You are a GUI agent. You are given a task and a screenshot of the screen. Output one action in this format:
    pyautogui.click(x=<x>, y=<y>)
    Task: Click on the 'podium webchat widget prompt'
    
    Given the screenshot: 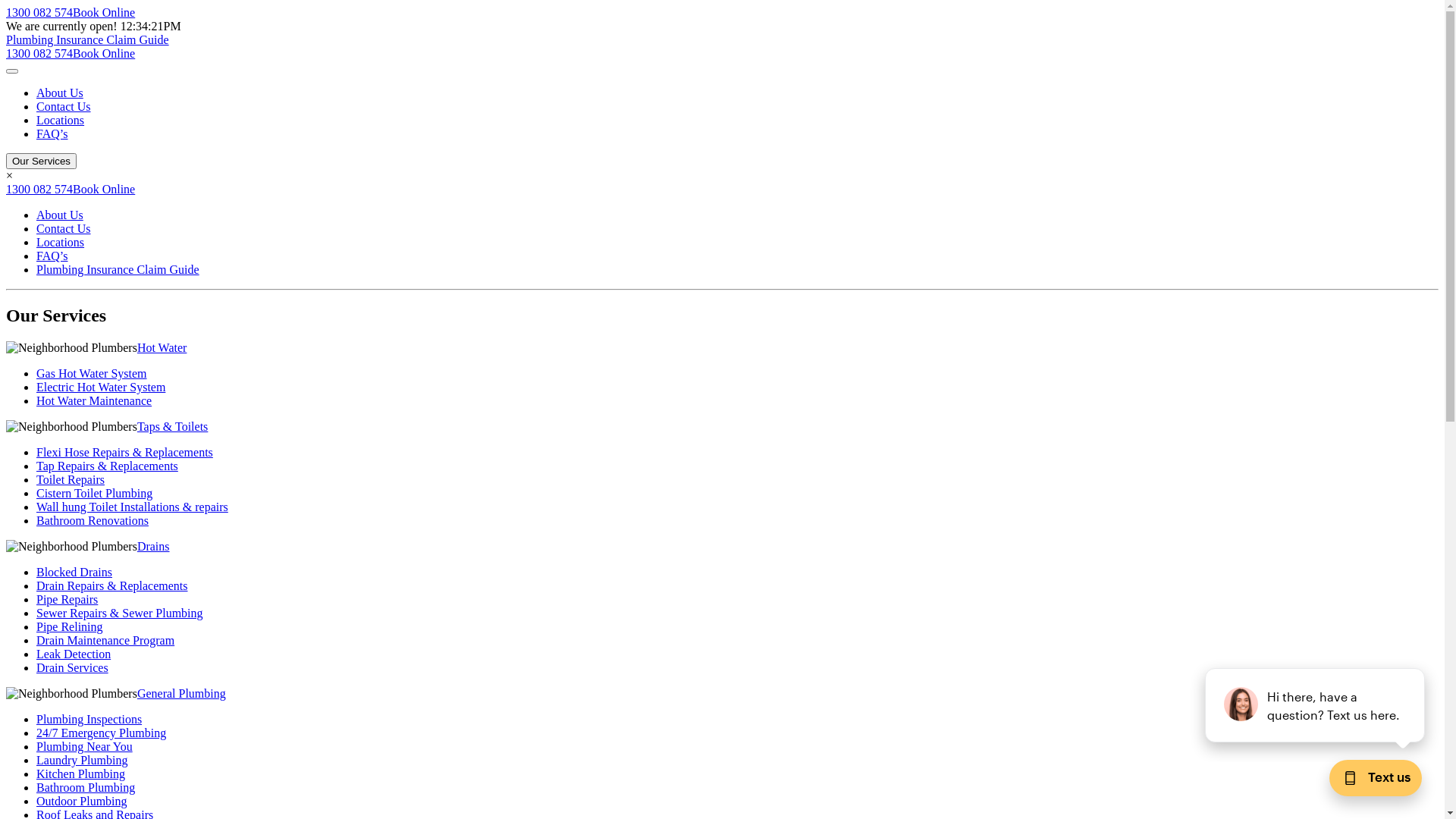 What is the action you would take?
    pyautogui.click(x=1314, y=704)
    